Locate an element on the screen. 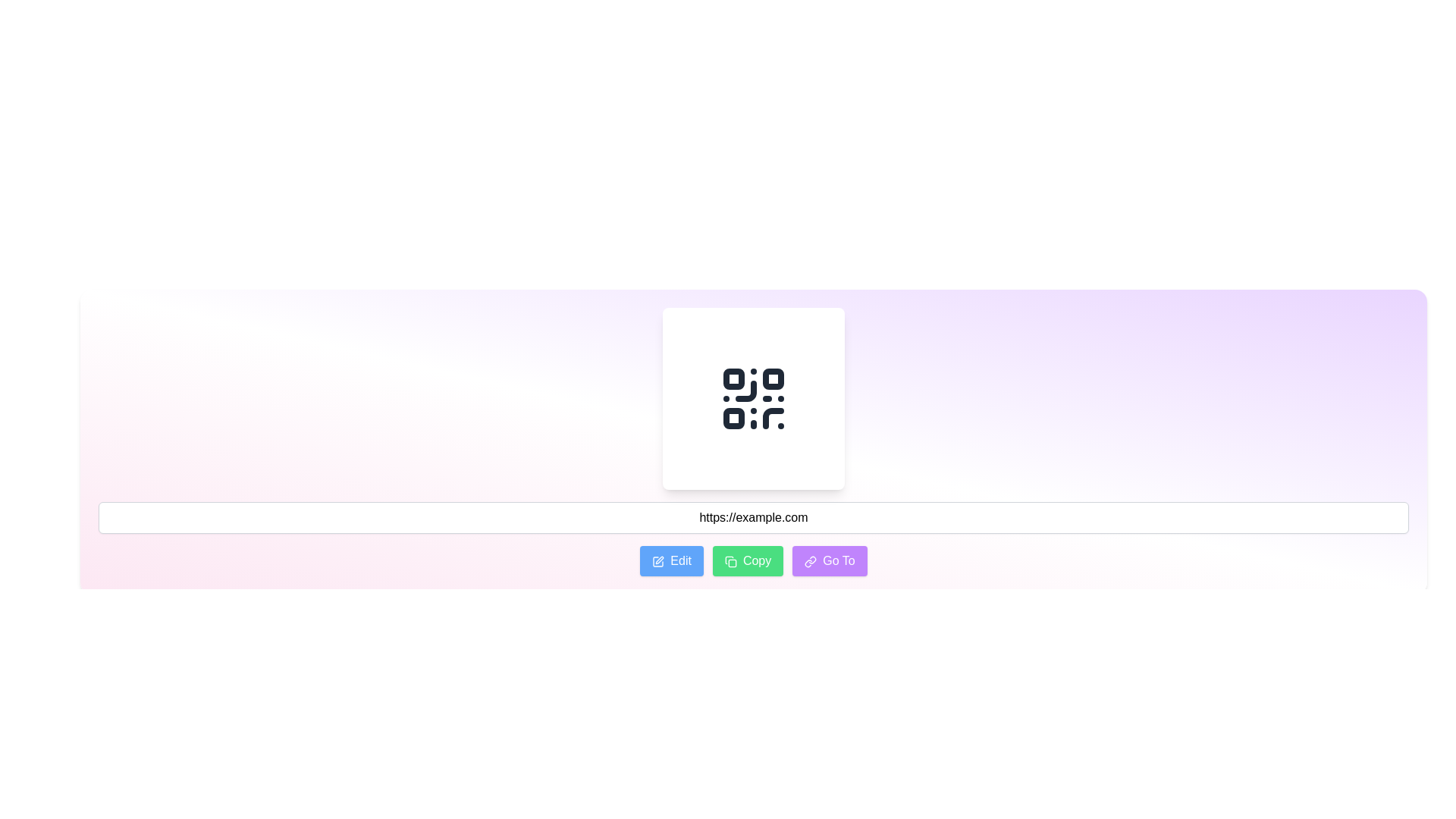 The width and height of the screenshot is (1456, 819). the top-left rectangle of the QR code, which is a part of the QR code representation displayed on the interface is located at coordinates (734, 378).